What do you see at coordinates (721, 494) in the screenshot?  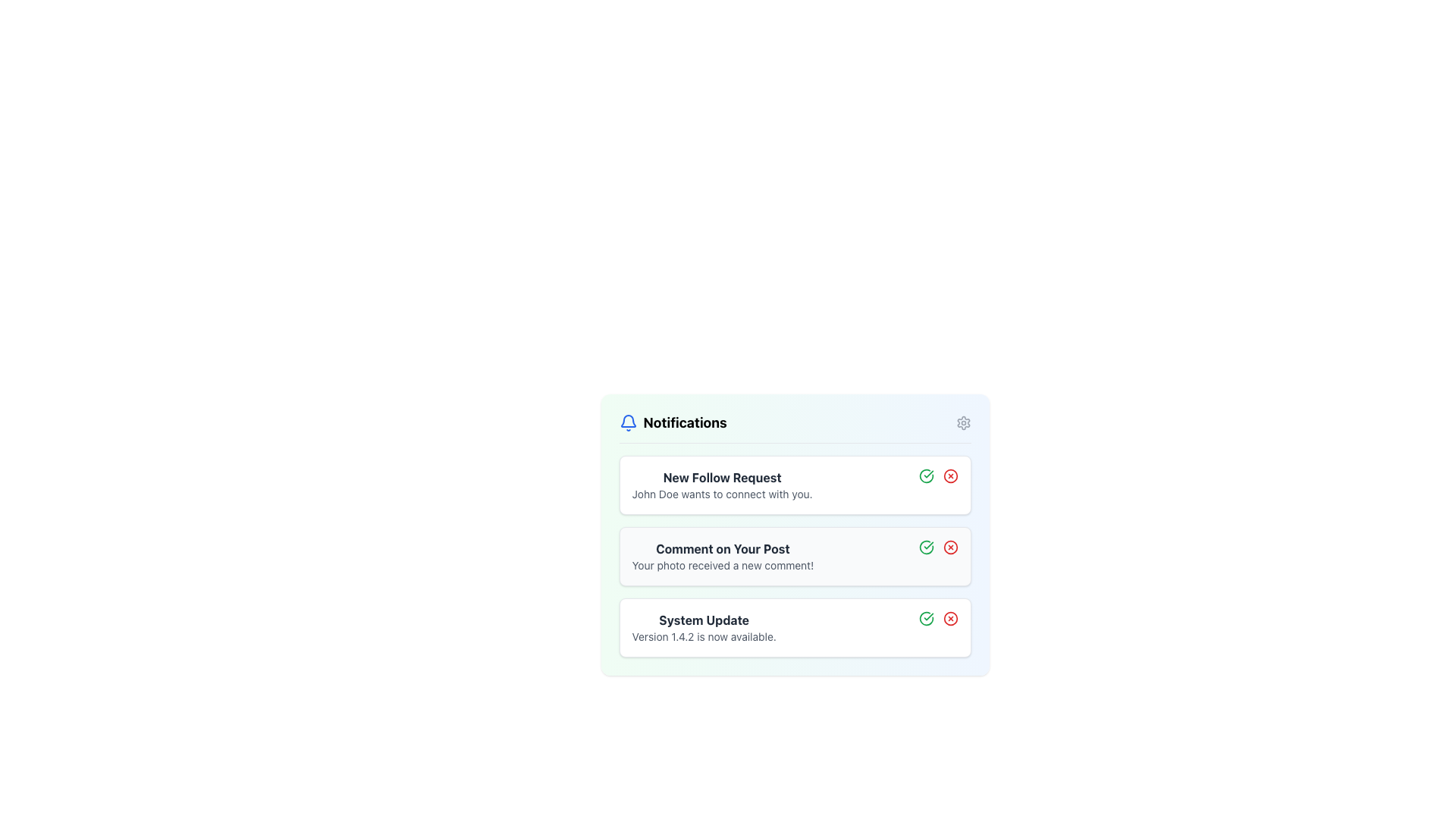 I see `the text label that reads 'John Doe wants to connect with you.' located directly under the bold title 'New Follow Request' in the notification item` at bounding box center [721, 494].